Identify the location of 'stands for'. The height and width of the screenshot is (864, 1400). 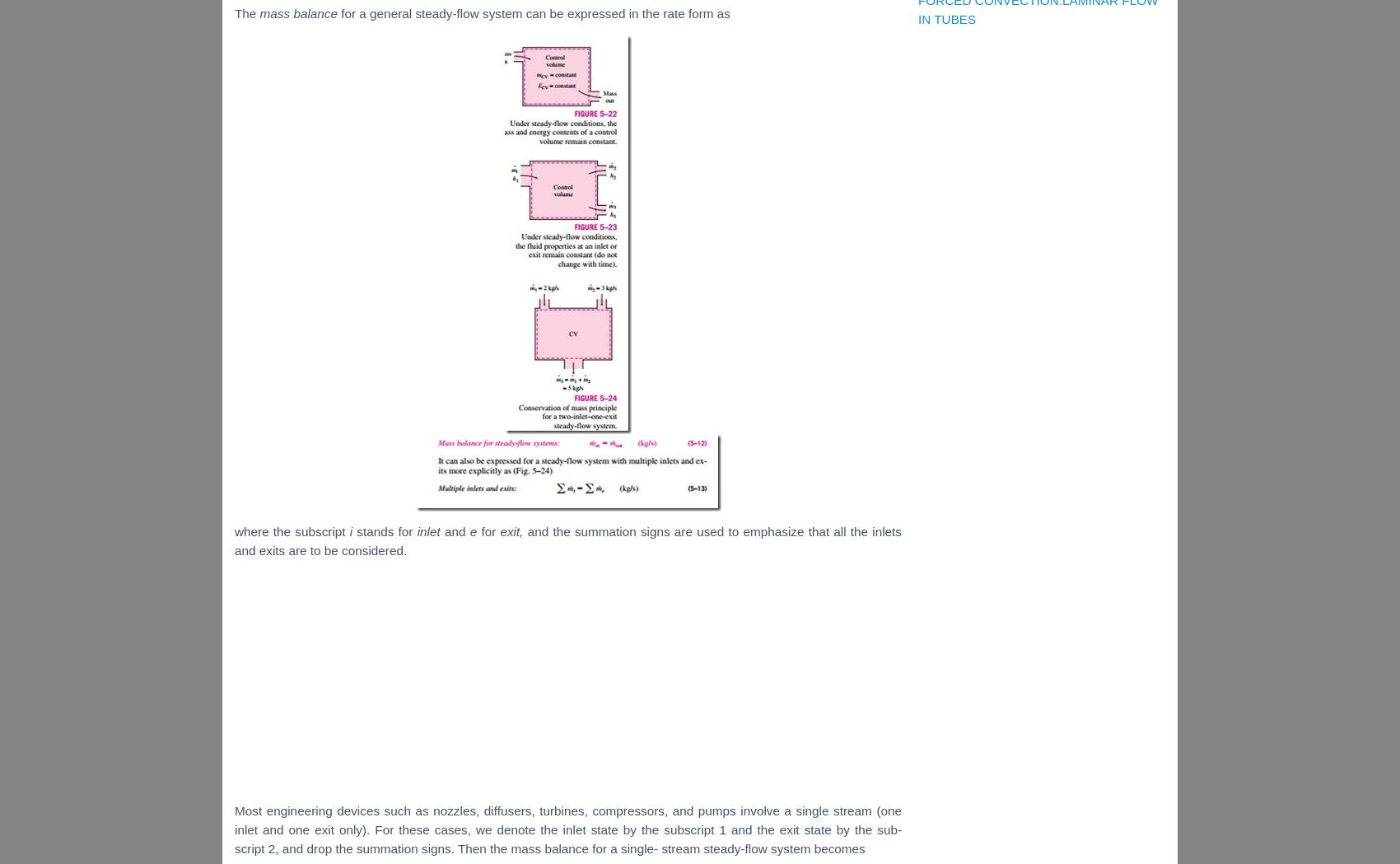
(386, 530).